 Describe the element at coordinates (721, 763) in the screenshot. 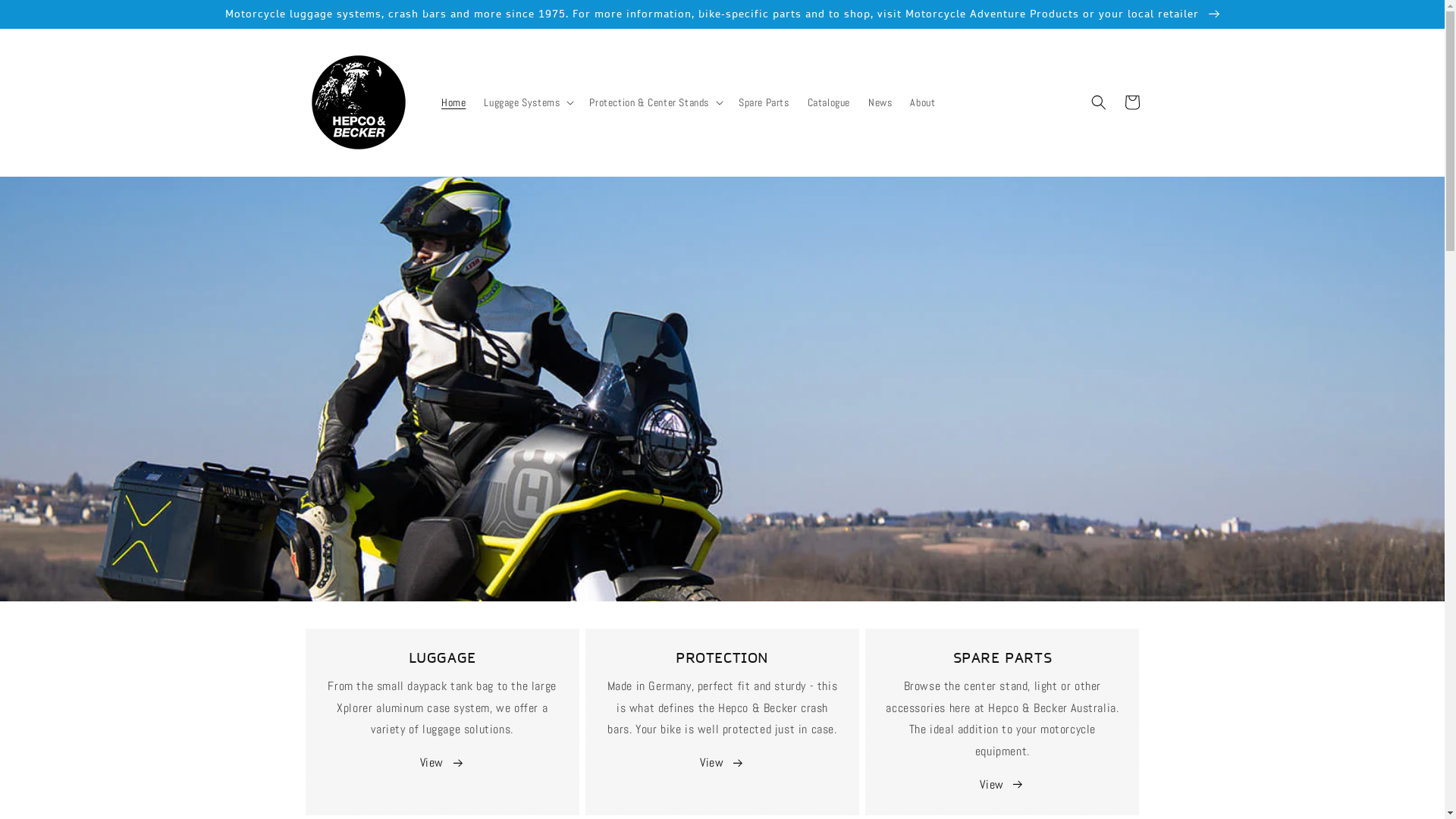

I see `'View '` at that location.